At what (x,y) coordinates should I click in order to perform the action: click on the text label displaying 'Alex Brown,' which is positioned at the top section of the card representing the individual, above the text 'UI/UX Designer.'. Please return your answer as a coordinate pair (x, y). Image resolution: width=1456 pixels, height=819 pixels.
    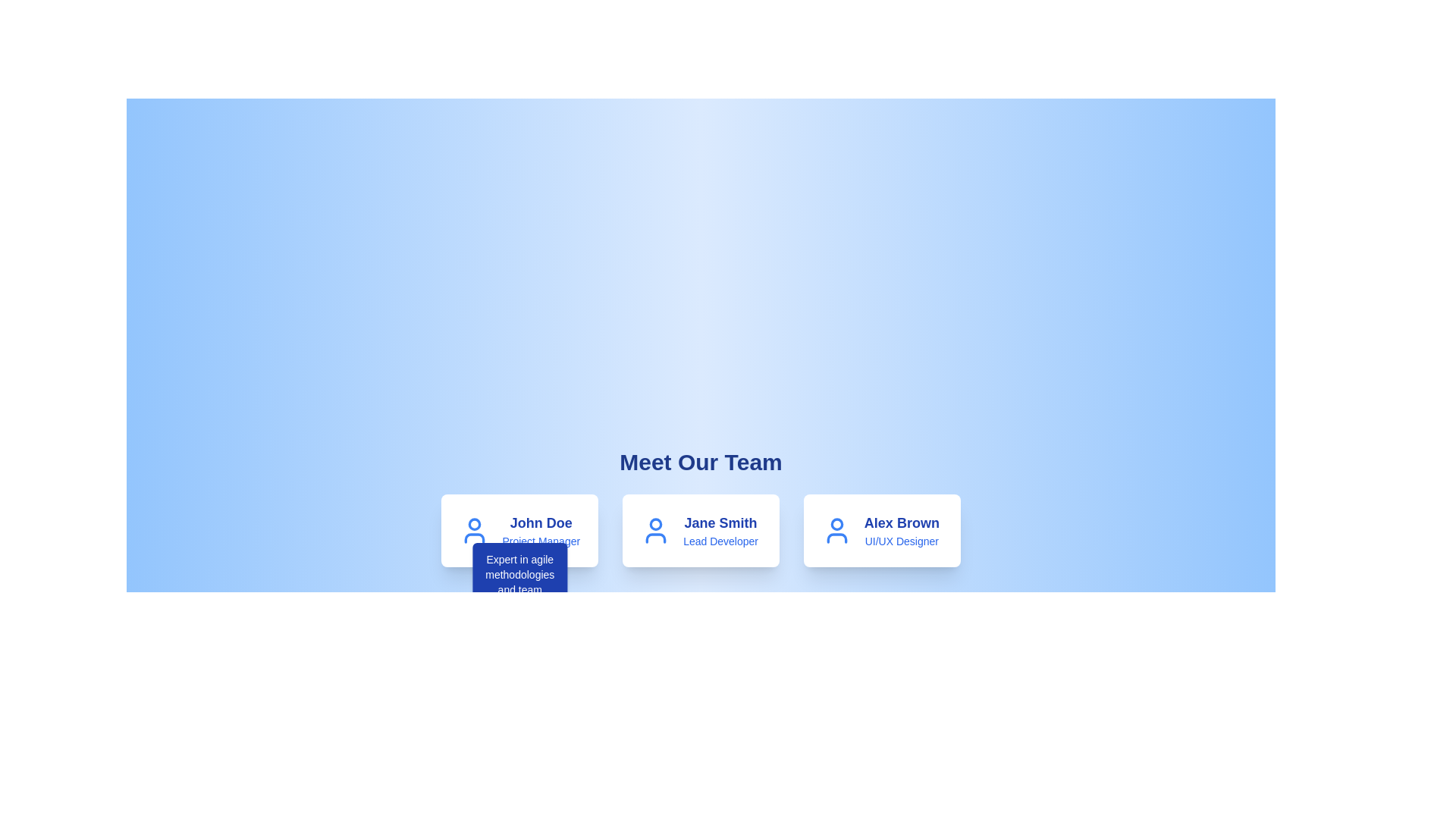
    Looking at the image, I should click on (902, 522).